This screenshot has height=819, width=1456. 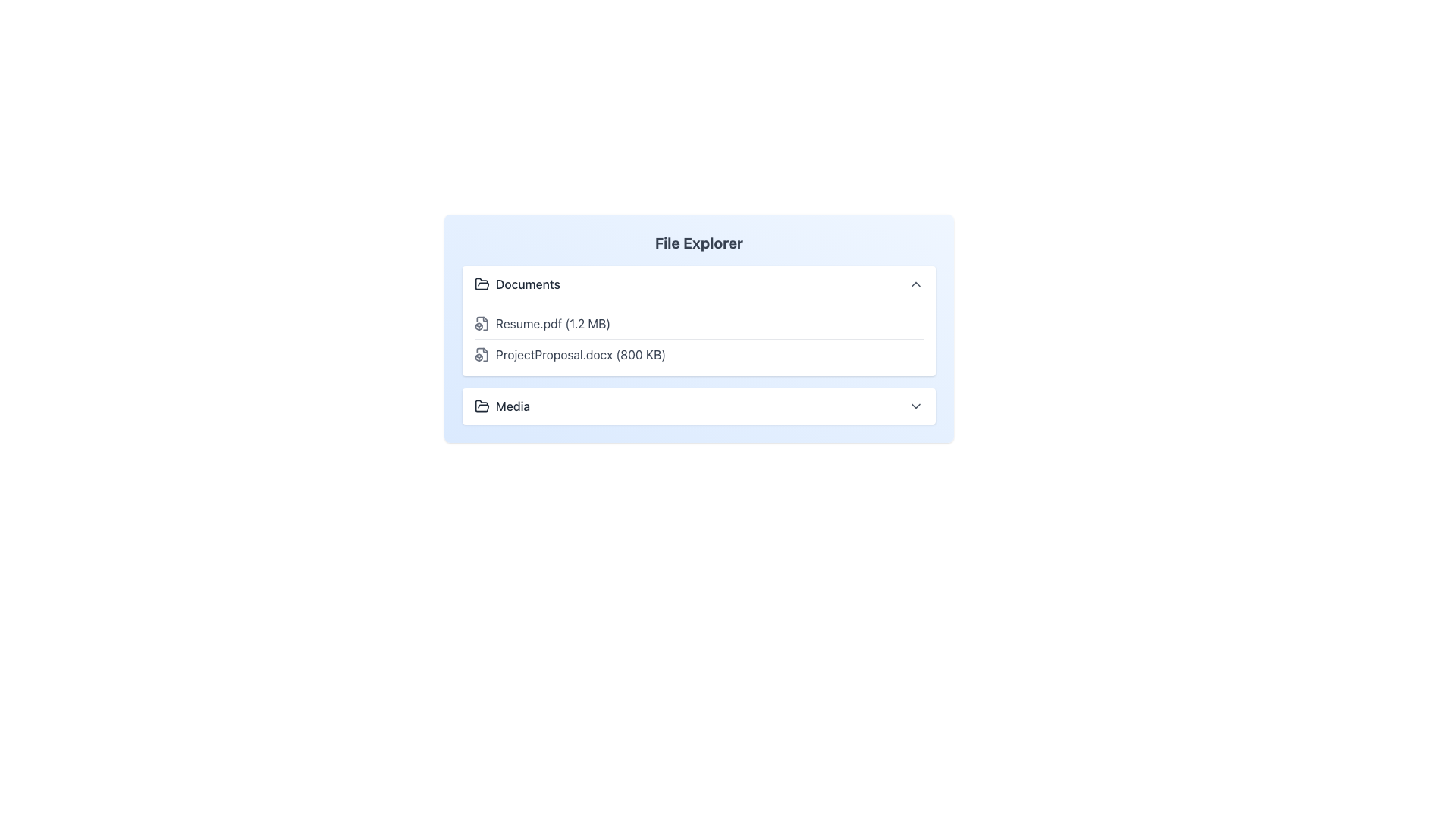 What do you see at coordinates (481, 354) in the screenshot?
I see `the decorative icon representing the file type of 'ProjectProposal.docx', which is located to the left of the text label in the file list of the 'File Explorer'` at bounding box center [481, 354].